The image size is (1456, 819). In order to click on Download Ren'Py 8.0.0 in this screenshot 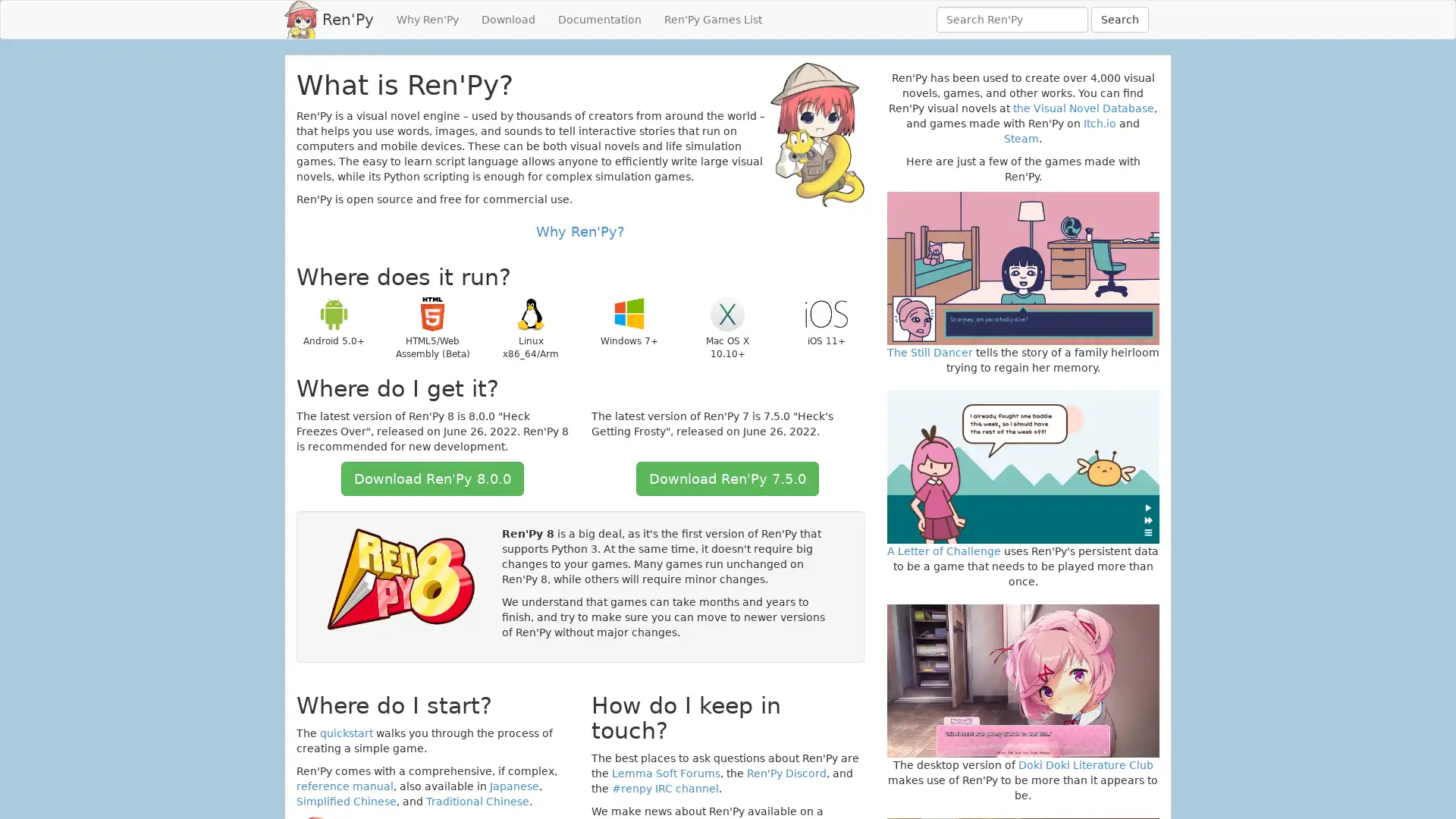, I will do `click(431, 479)`.